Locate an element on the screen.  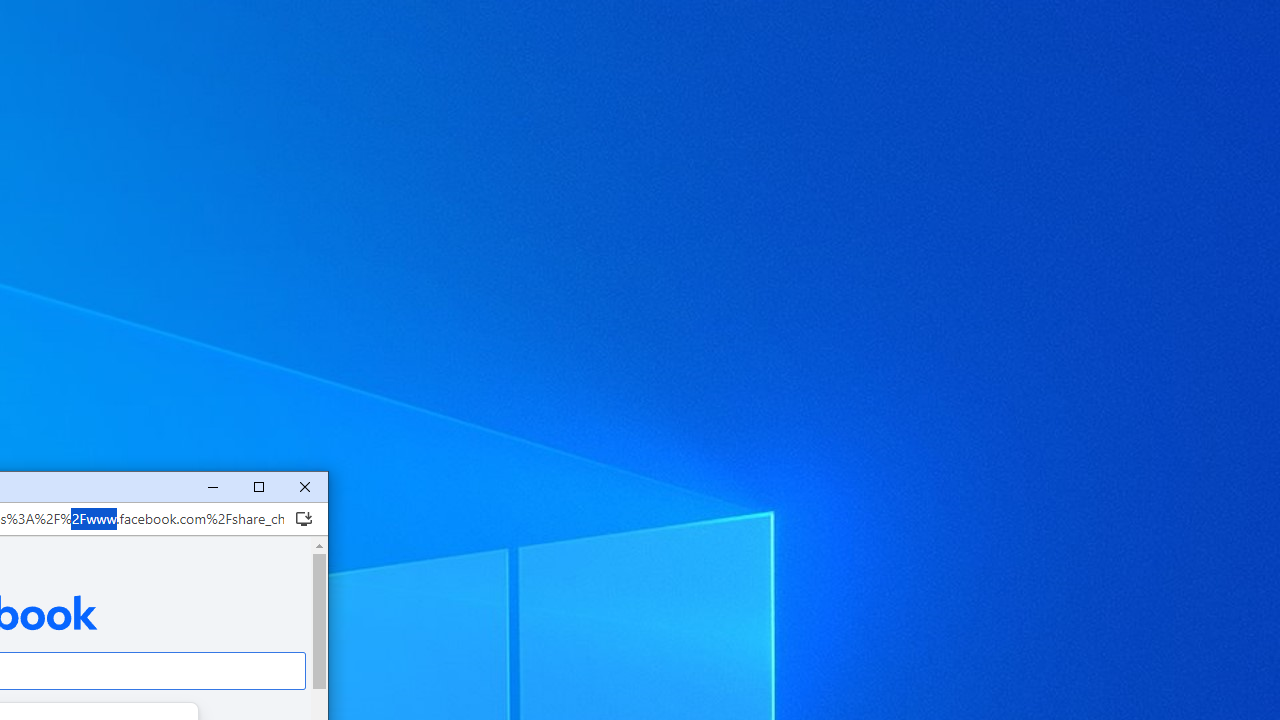
'Maximize' is located at coordinates (257, 487).